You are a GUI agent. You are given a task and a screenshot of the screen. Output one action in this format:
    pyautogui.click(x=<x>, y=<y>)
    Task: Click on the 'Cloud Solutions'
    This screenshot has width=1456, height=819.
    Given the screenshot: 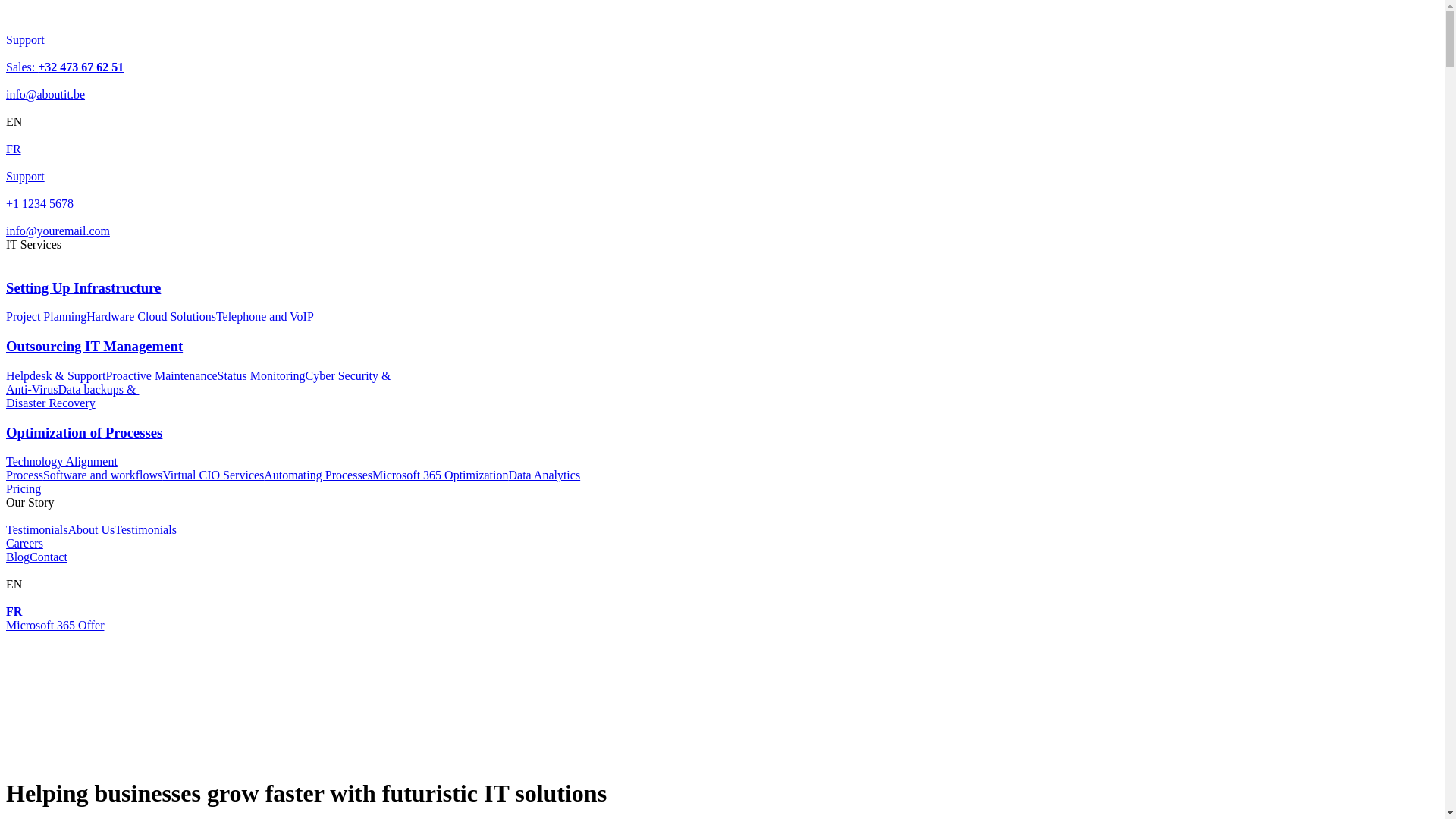 What is the action you would take?
    pyautogui.click(x=177, y=315)
    